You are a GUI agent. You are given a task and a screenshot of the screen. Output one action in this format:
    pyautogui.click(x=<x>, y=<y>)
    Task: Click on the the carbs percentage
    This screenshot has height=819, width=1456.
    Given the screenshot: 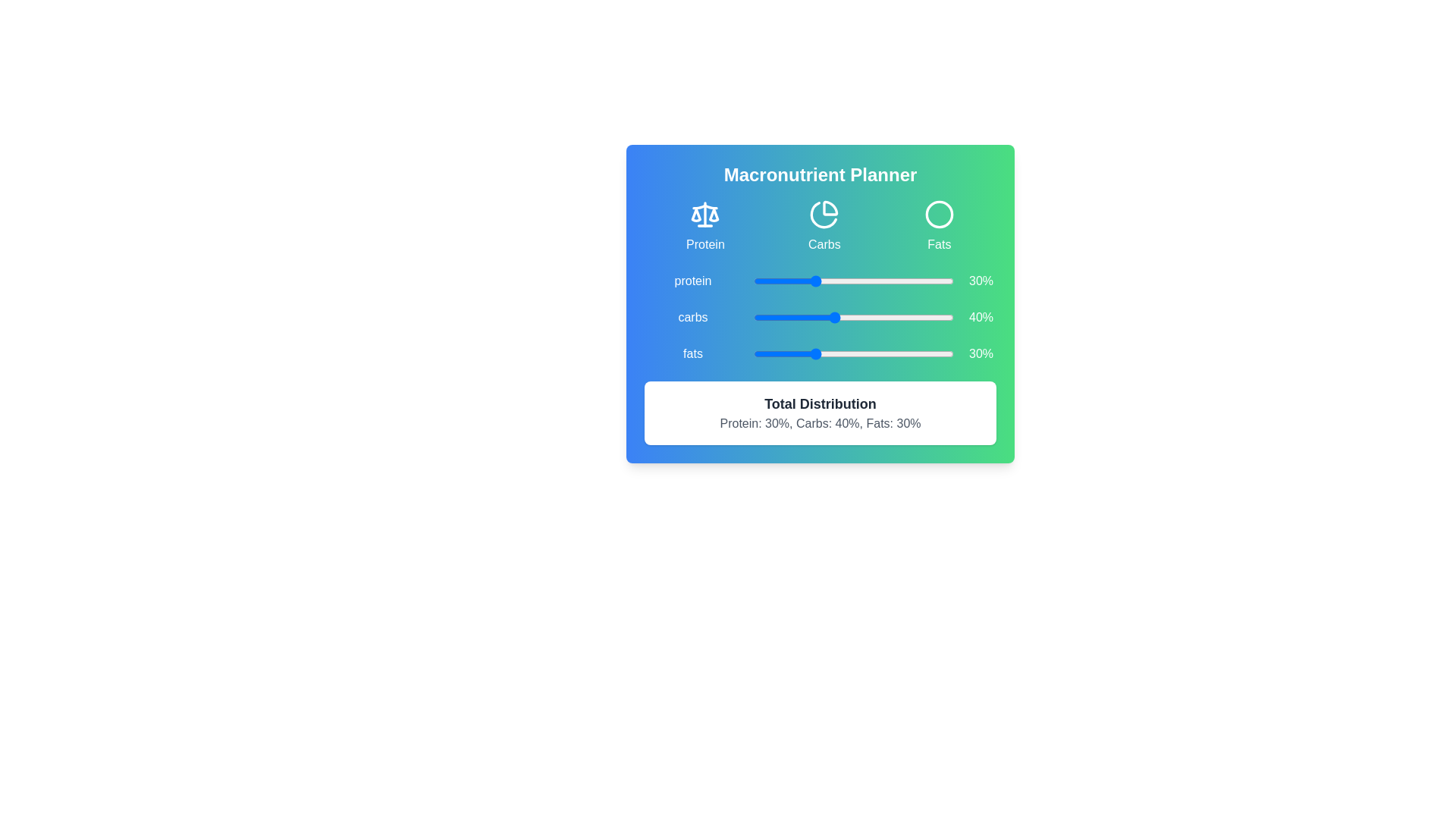 What is the action you would take?
    pyautogui.click(x=789, y=317)
    